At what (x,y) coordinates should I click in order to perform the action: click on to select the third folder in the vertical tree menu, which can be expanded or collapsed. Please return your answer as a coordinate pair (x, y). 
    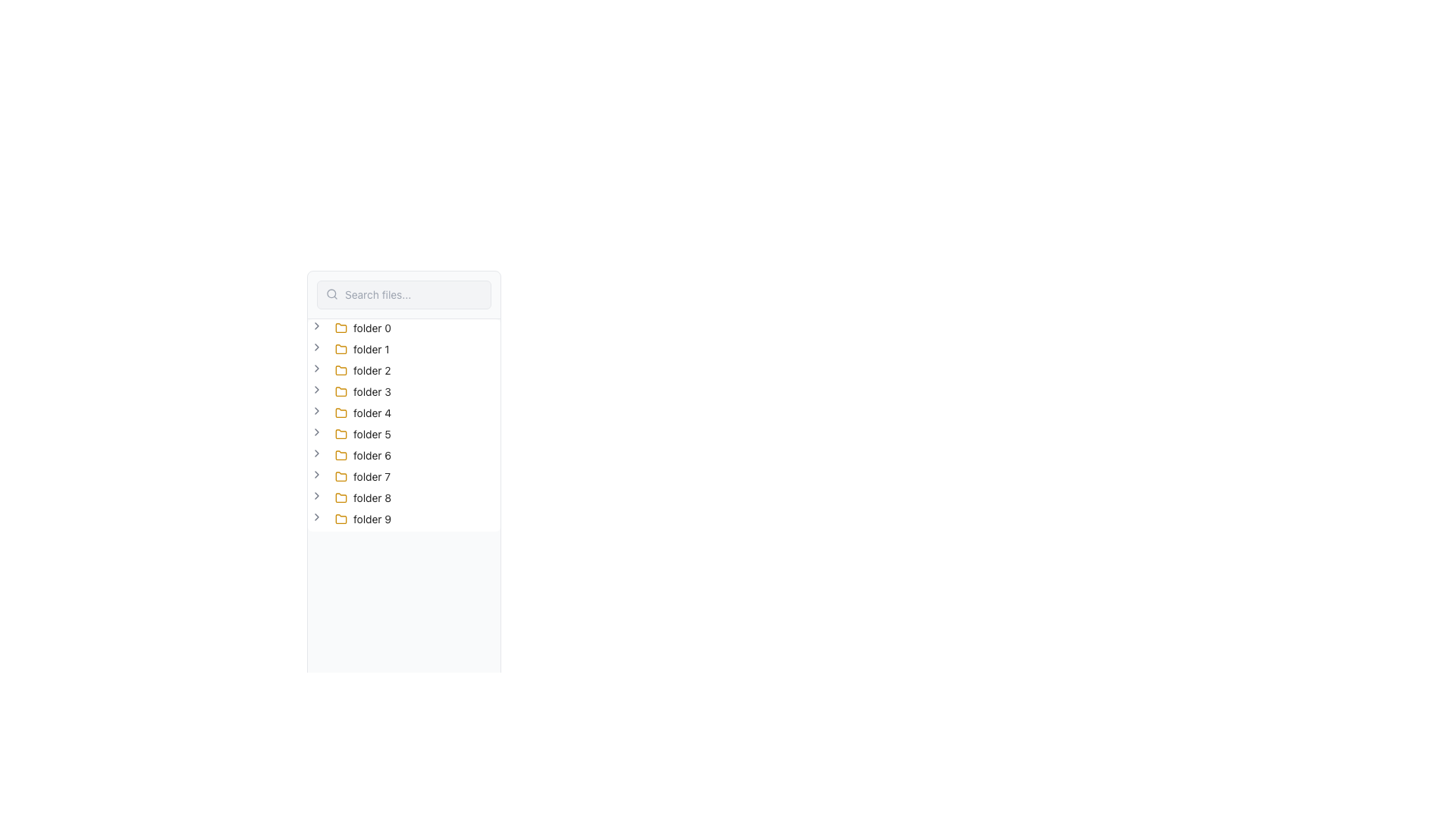
    Looking at the image, I should click on (362, 371).